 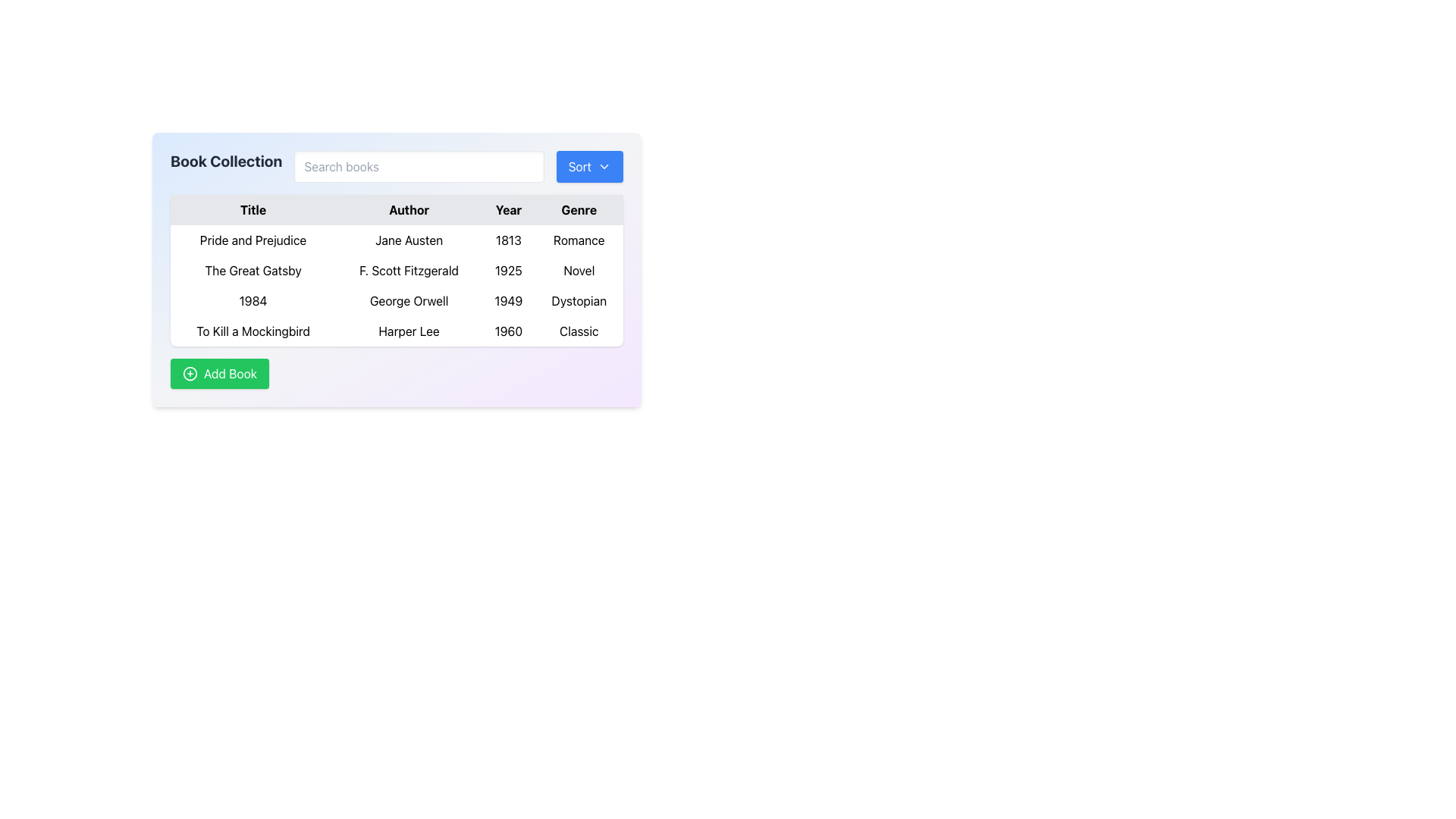 What do you see at coordinates (508, 301) in the screenshot?
I see `the text displaying the year '1949' in the 'Year' column of the book row for copying` at bounding box center [508, 301].